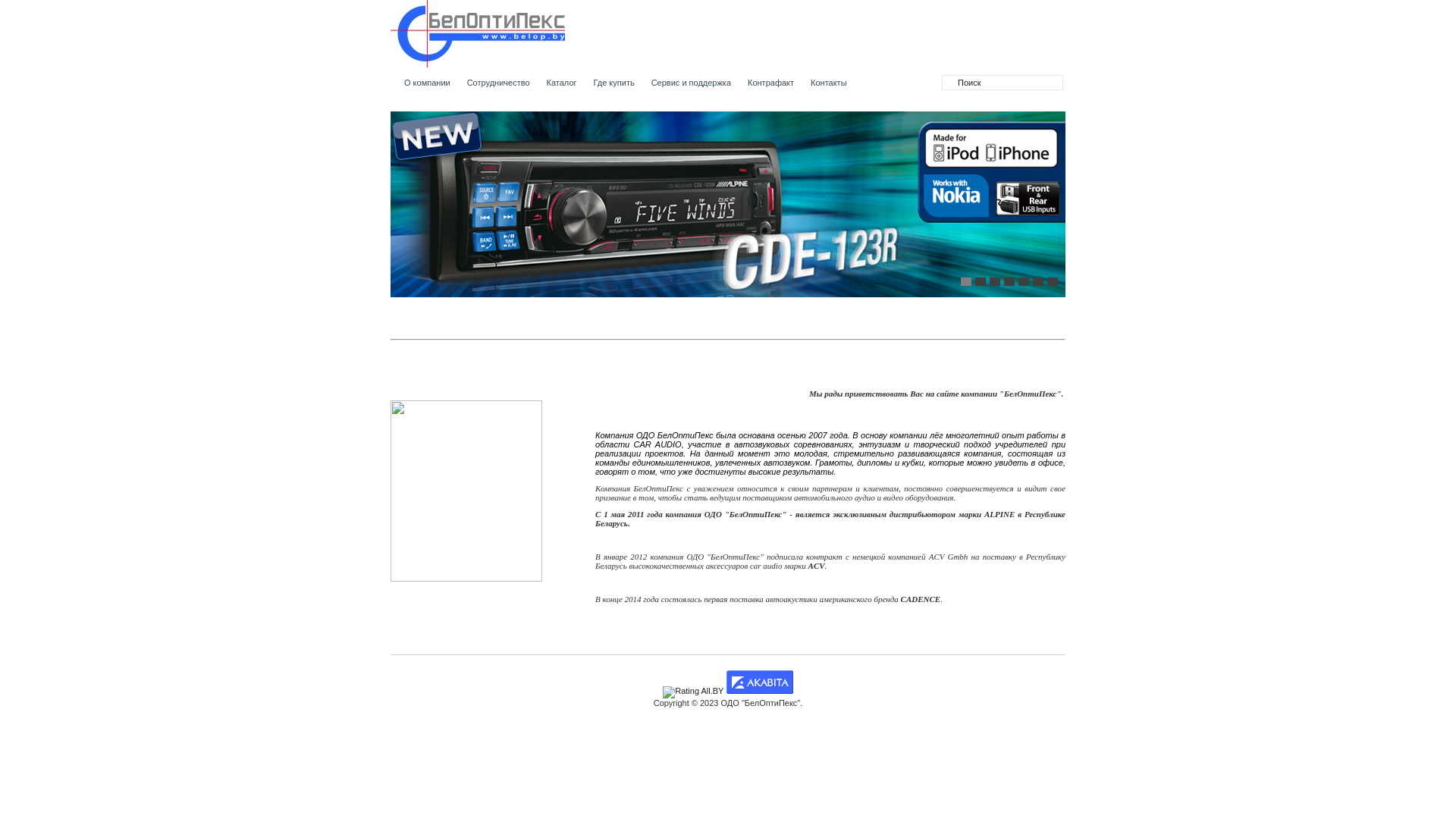 The image size is (1456, 819). I want to click on '1', so click(965, 281).